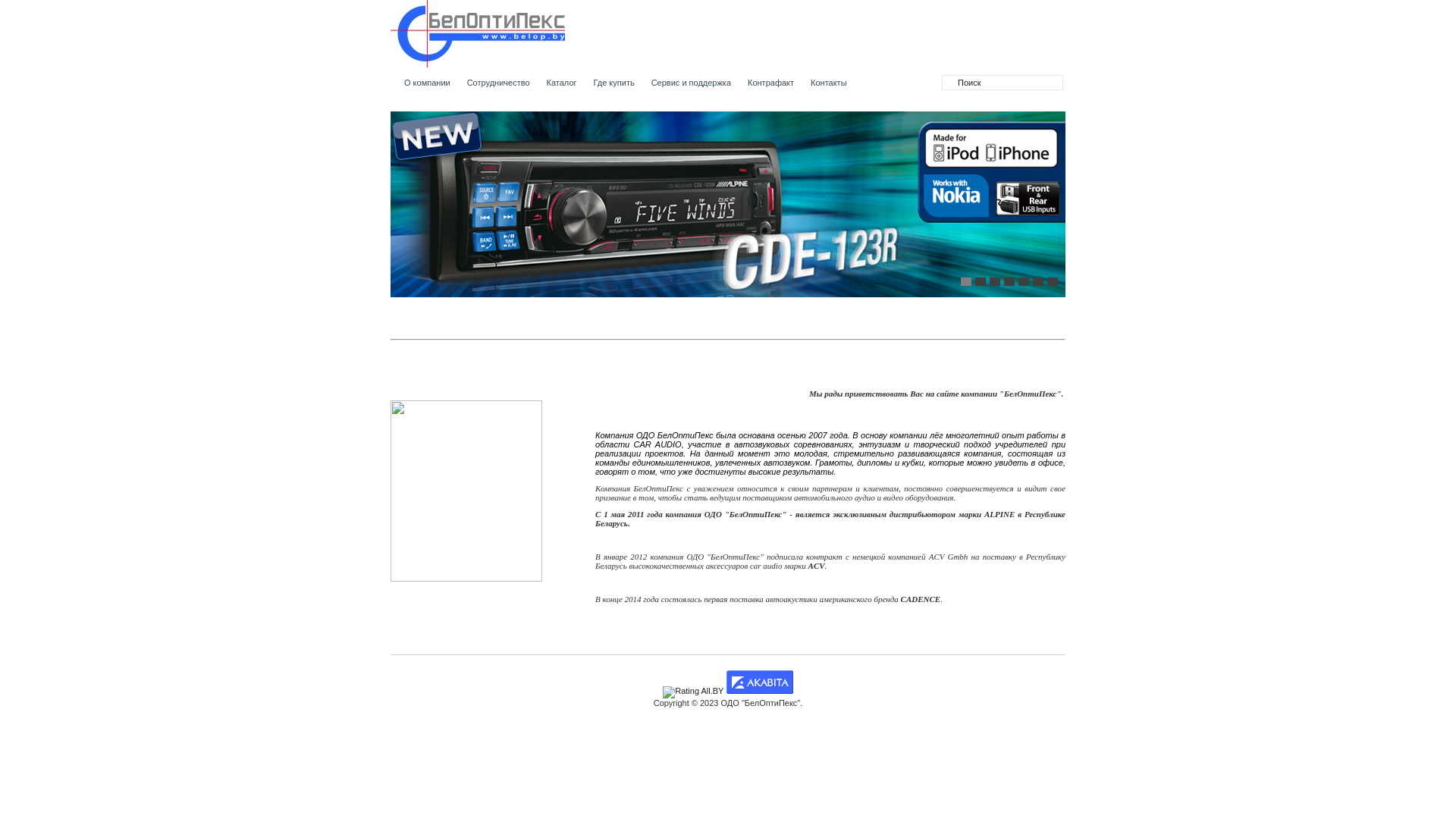 The image size is (1456, 819). I want to click on '1', so click(965, 281).